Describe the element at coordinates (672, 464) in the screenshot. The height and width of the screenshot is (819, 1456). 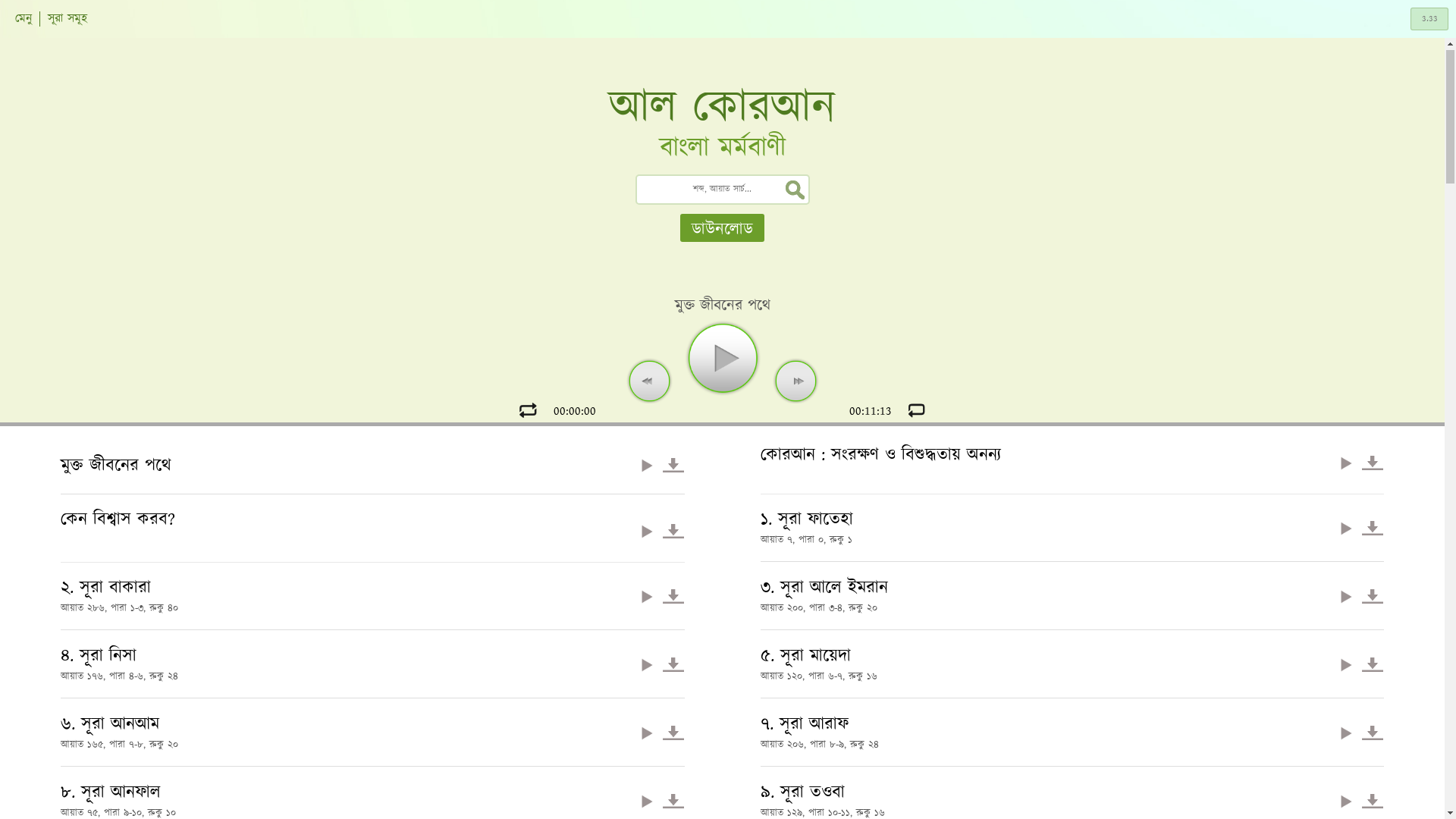
I see `'Download'` at that location.